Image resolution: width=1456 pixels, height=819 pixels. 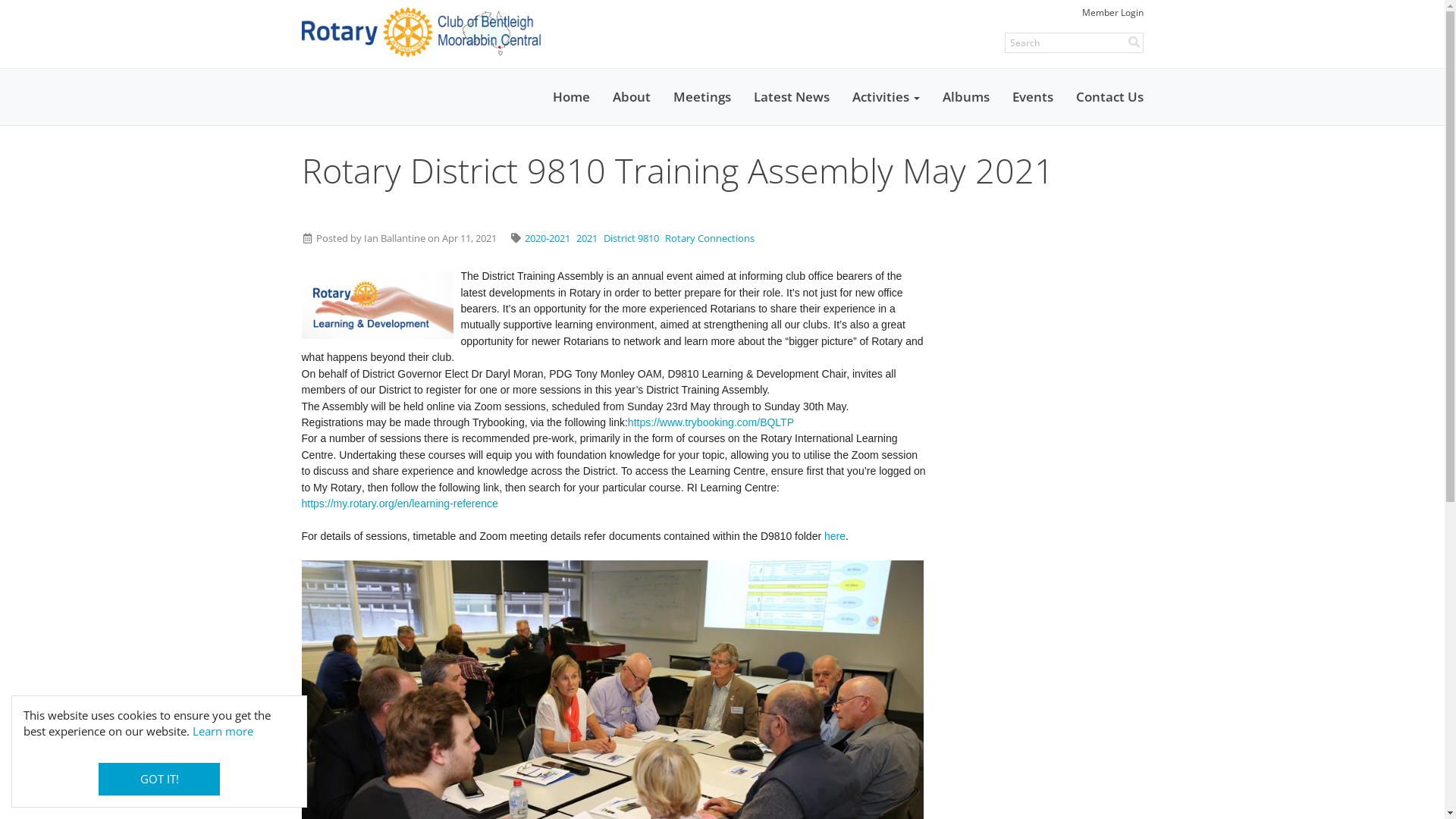 What do you see at coordinates (631, 237) in the screenshot?
I see `'District 9810'` at bounding box center [631, 237].